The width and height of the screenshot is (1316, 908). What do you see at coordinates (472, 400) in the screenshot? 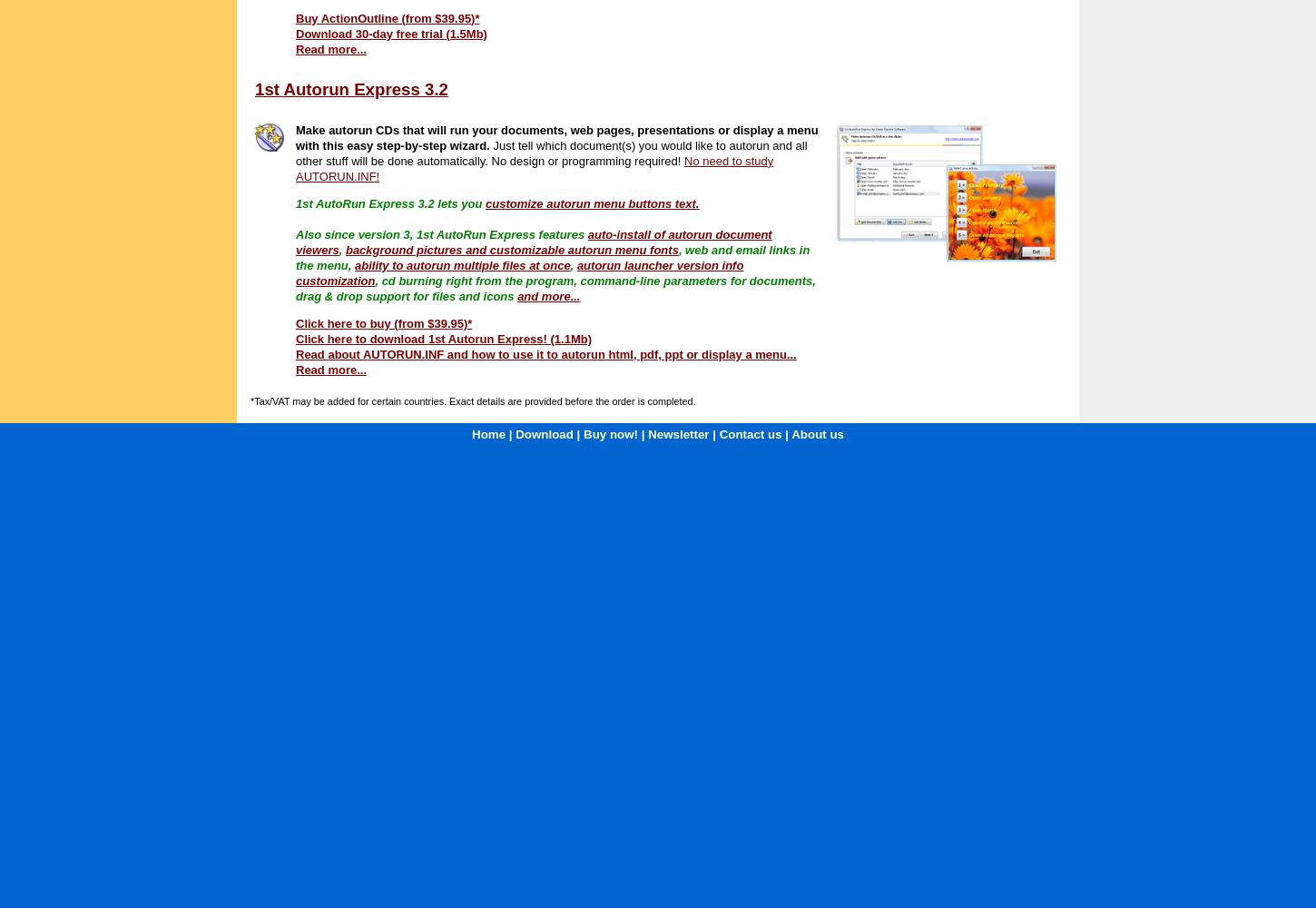
I see `'*Tax/VAT may be added for certain countries. Exact details are provided before the order is completed.'` at bounding box center [472, 400].